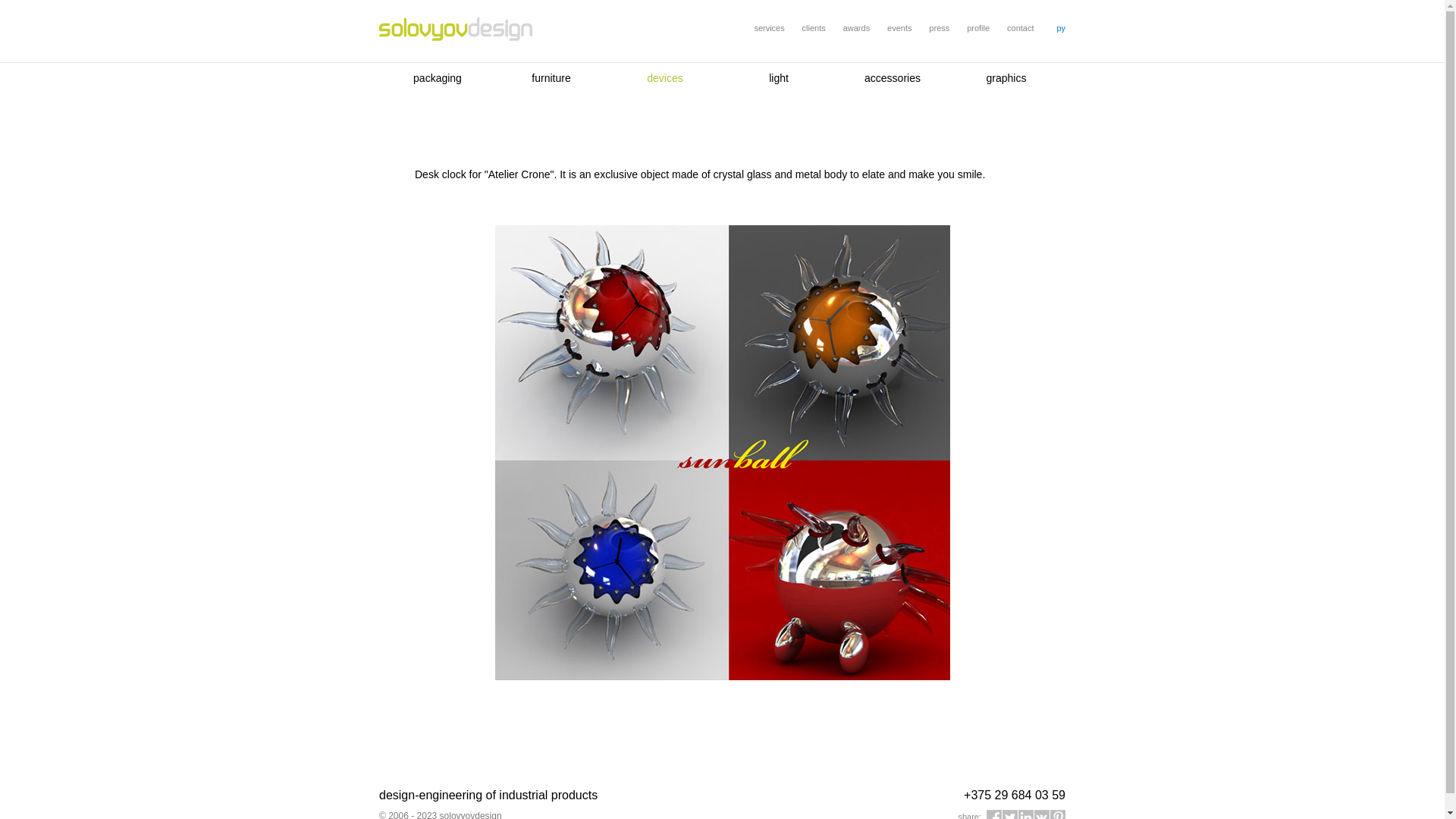 Image resolution: width=1456 pixels, height=819 pixels. I want to click on 'py', so click(1059, 28).